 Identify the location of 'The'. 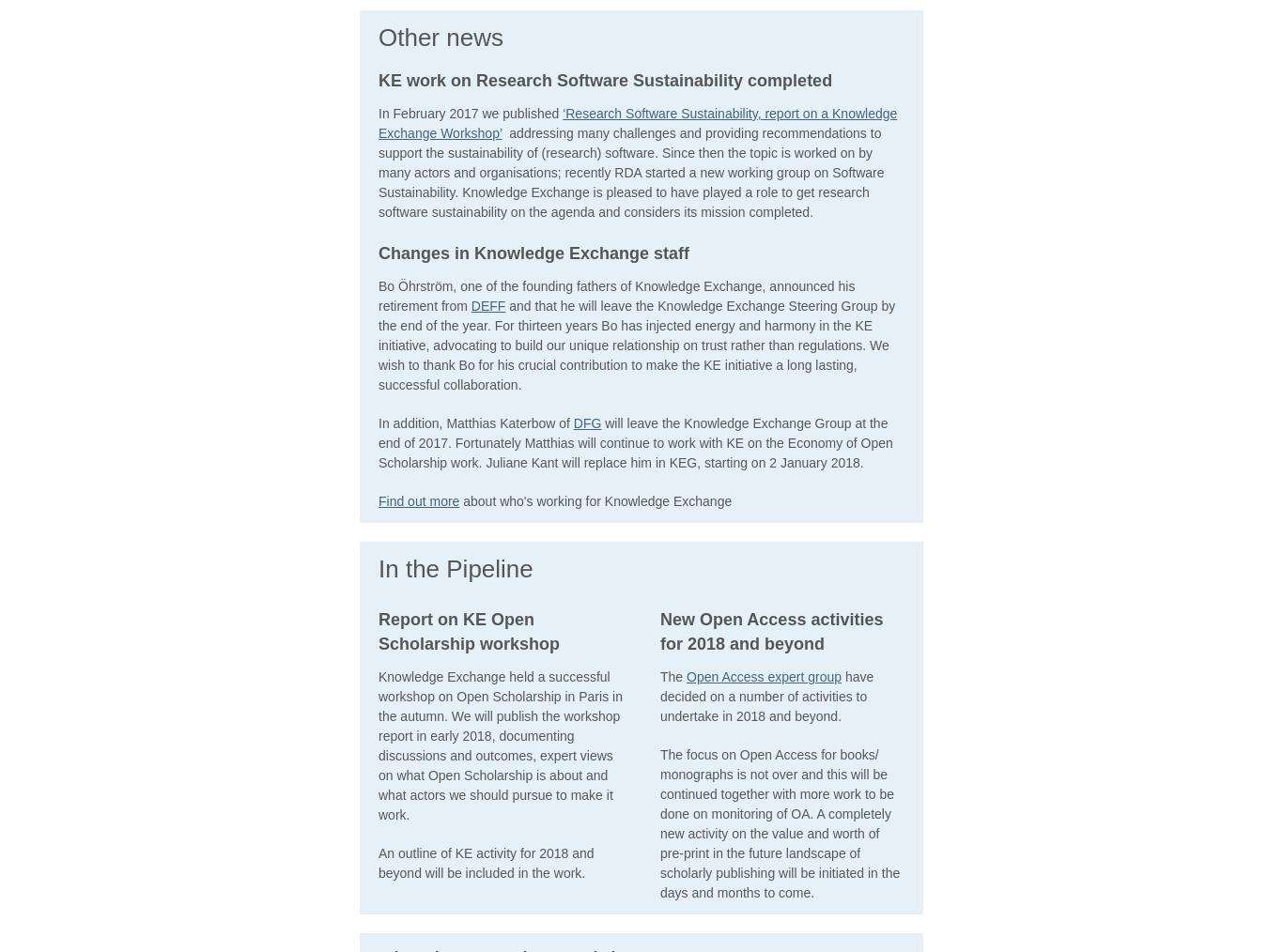
(673, 675).